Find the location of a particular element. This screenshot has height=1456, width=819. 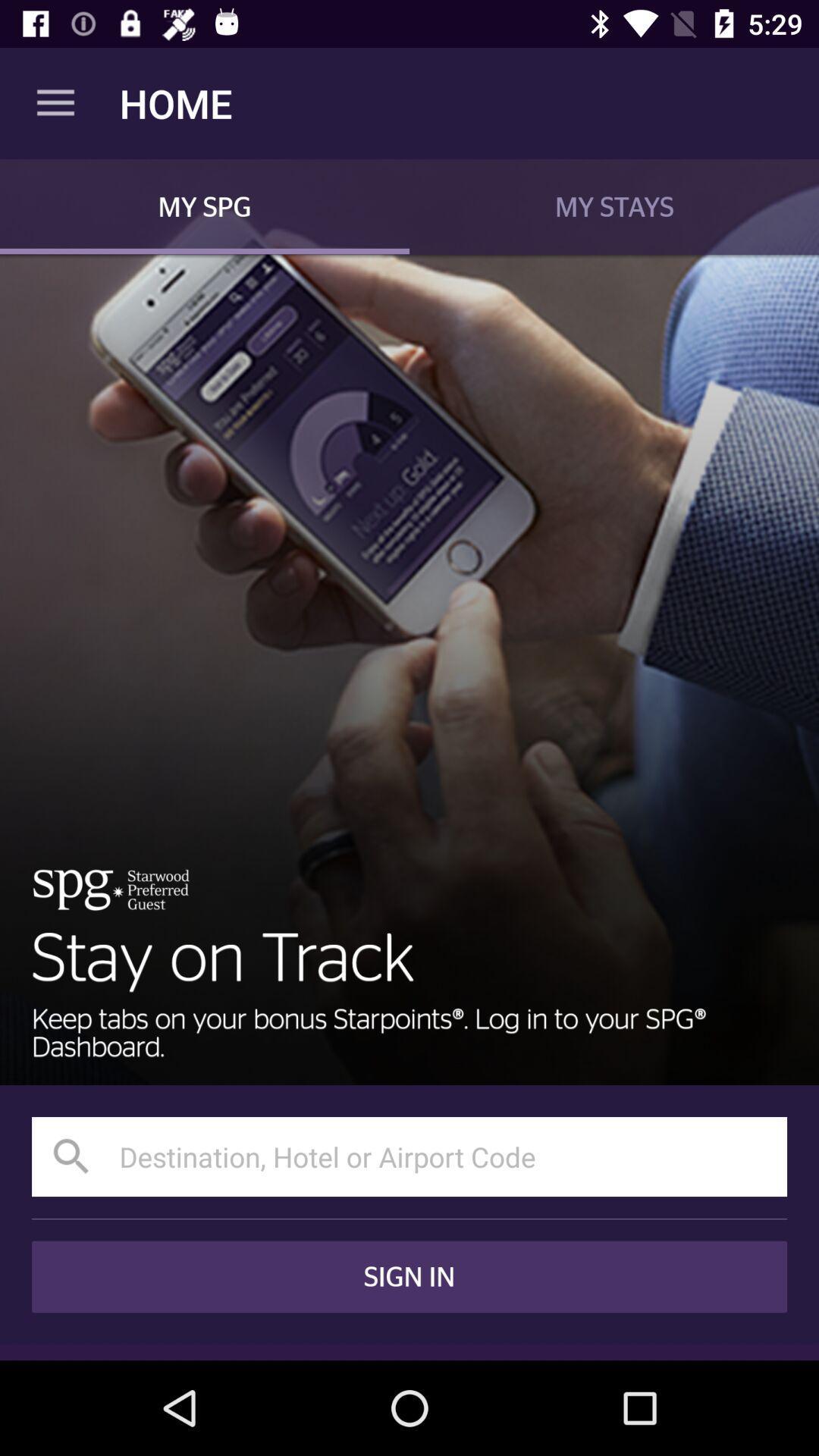

my stays app is located at coordinates (614, 206).